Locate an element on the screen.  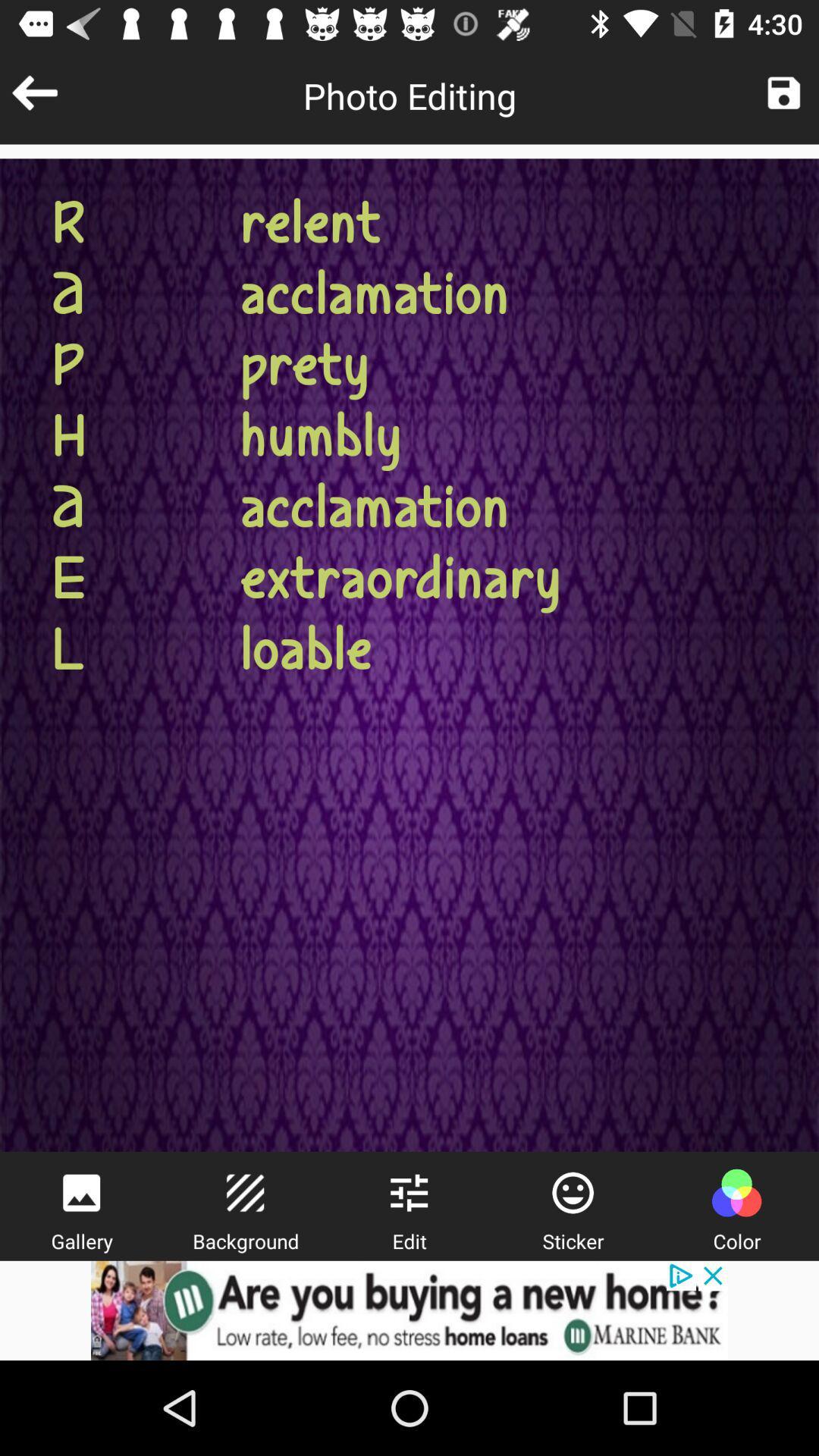
the sliders icon is located at coordinates (408, 1192).